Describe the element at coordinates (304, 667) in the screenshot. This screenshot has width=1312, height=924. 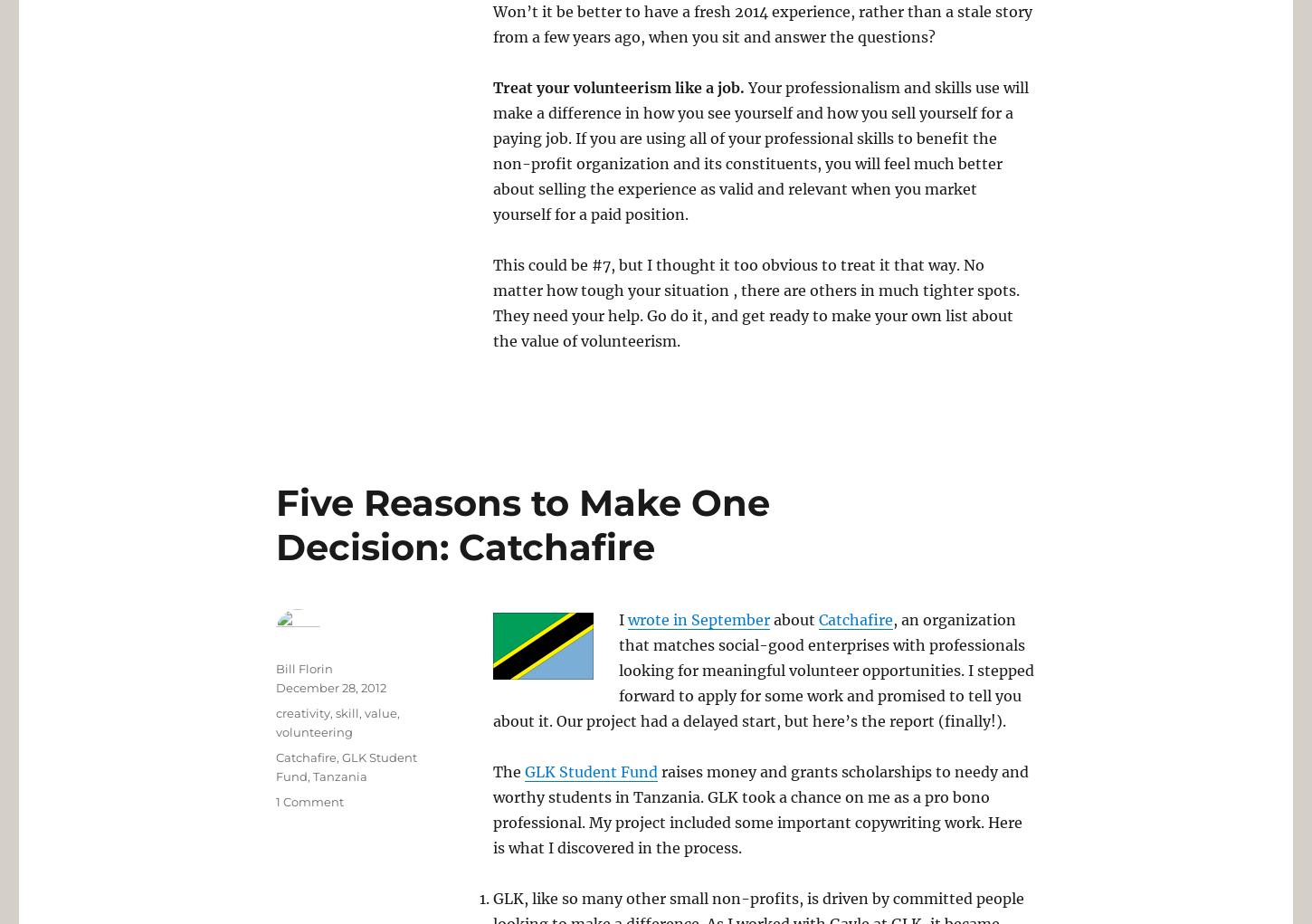
I see `'Bill Florin'` at that location.